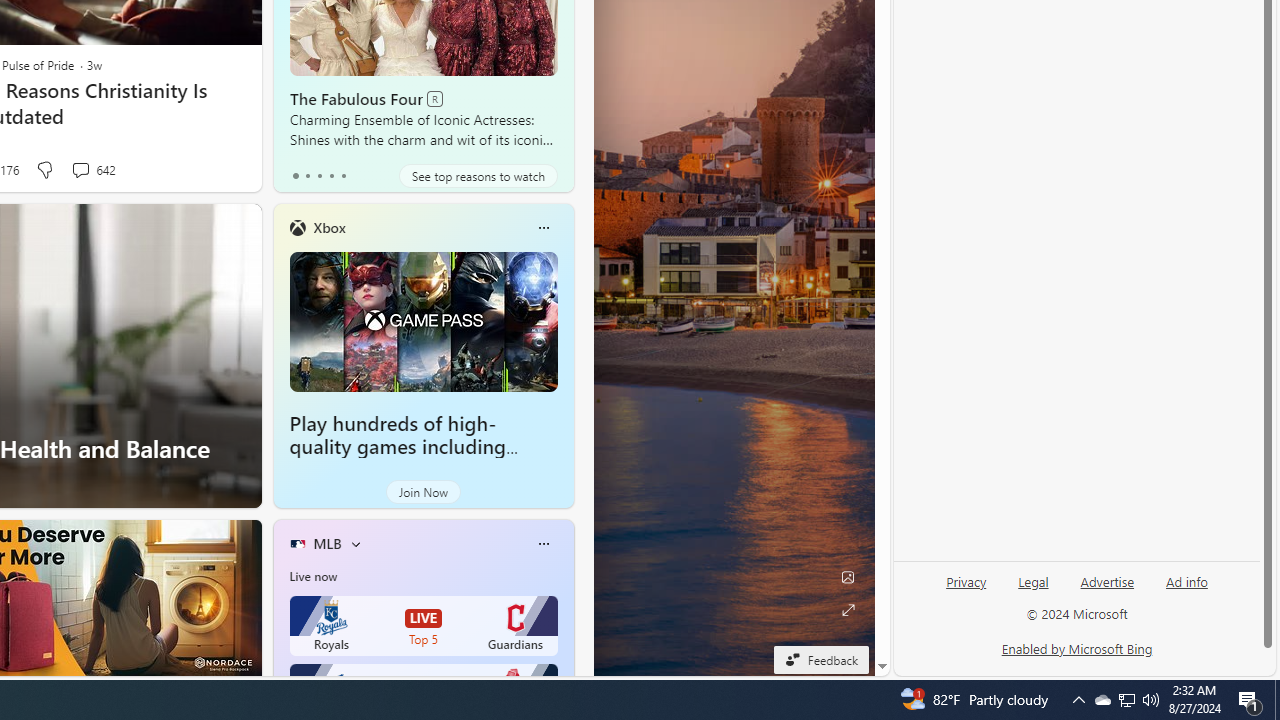 The image size is (1280, 720). Describe the element at coordinates (327, 543) in the screenshot. I see `'MLB'` at that location.